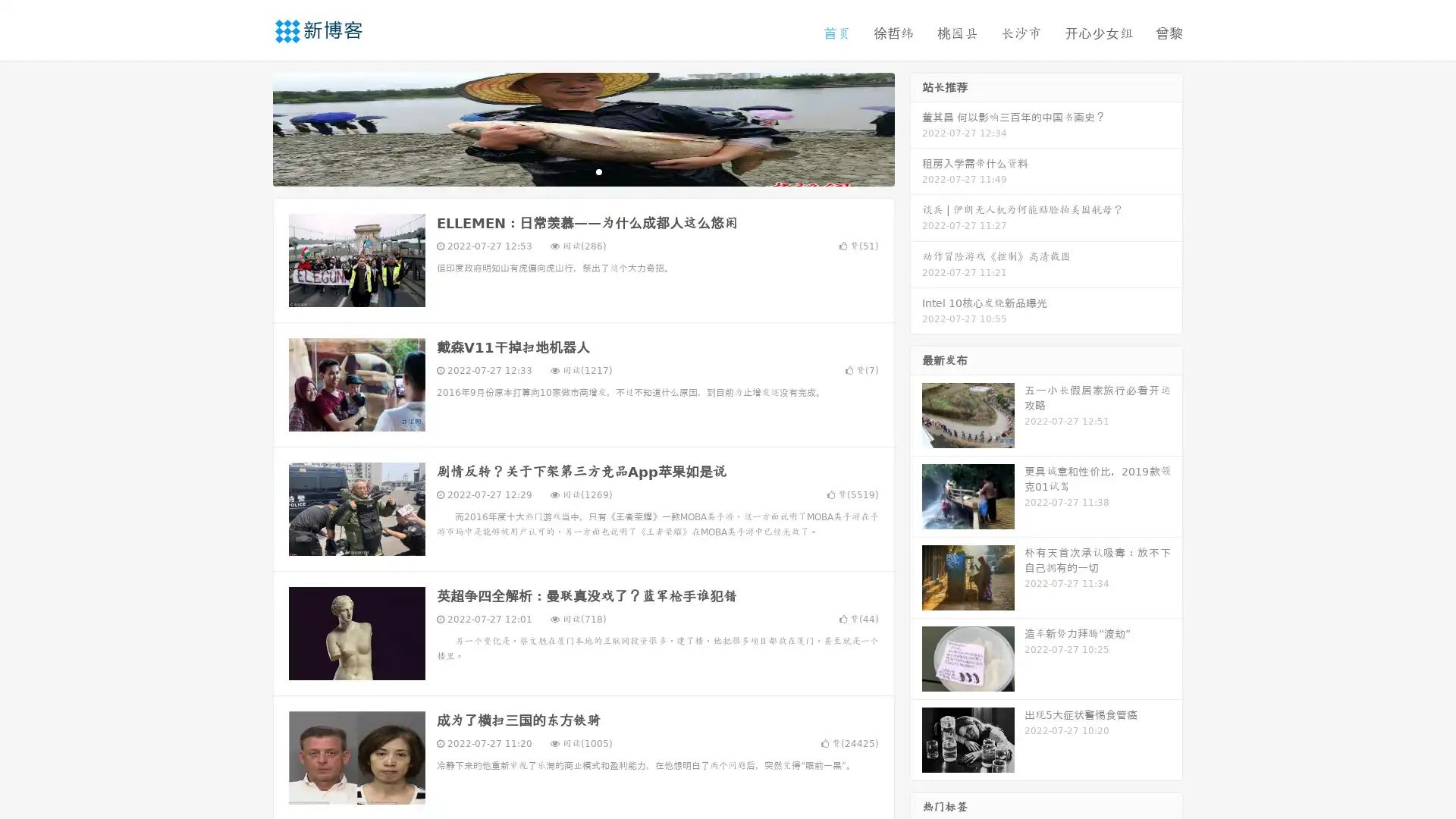  Describe the element at coordinates (250, 127) in the screenshot. I see `Previous slide` at that location.